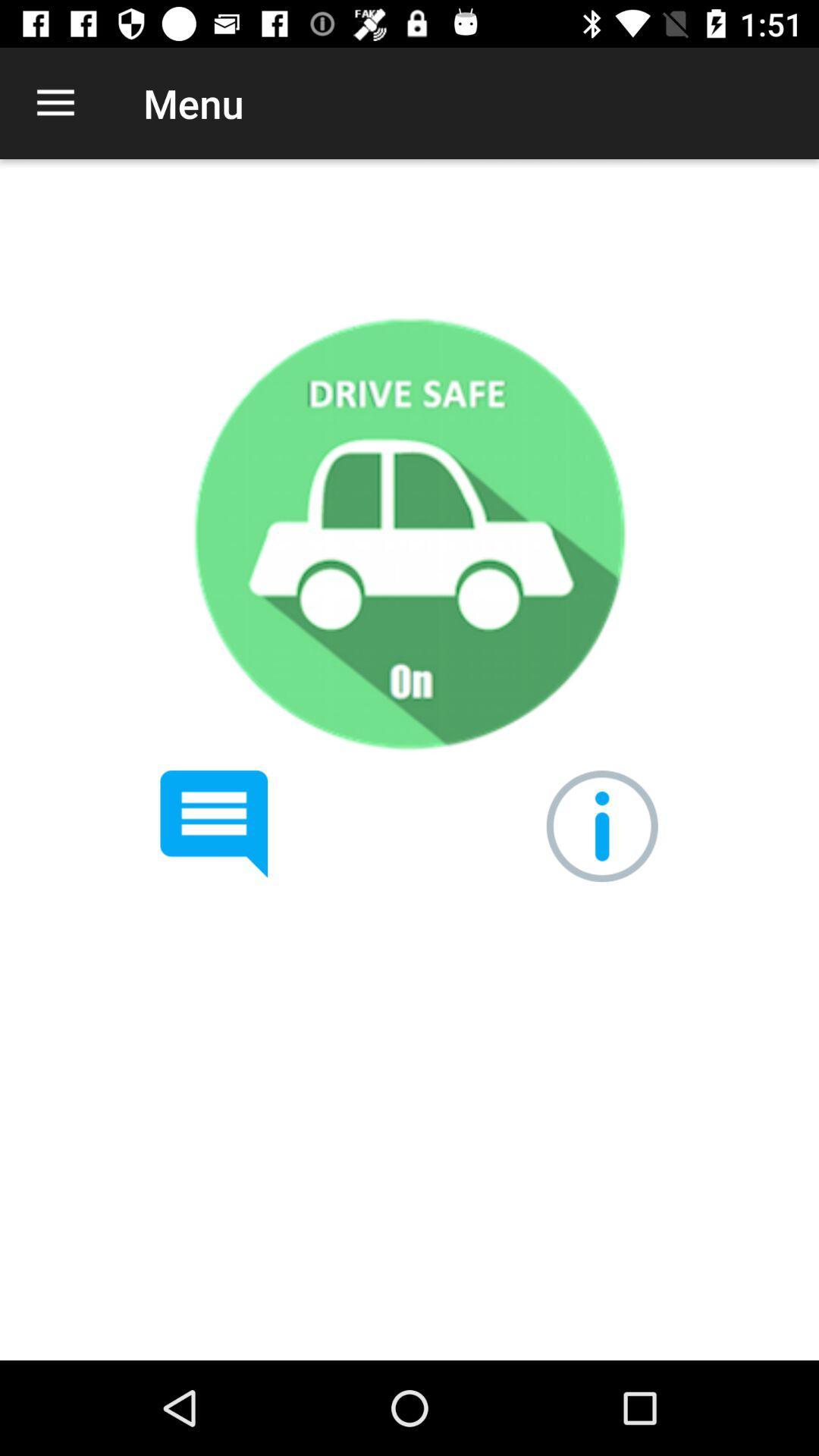  What do you see at coordinates (55, 102) in the screenshot?
I see `the icon next to the menu item` at bounding box center [55, 102].